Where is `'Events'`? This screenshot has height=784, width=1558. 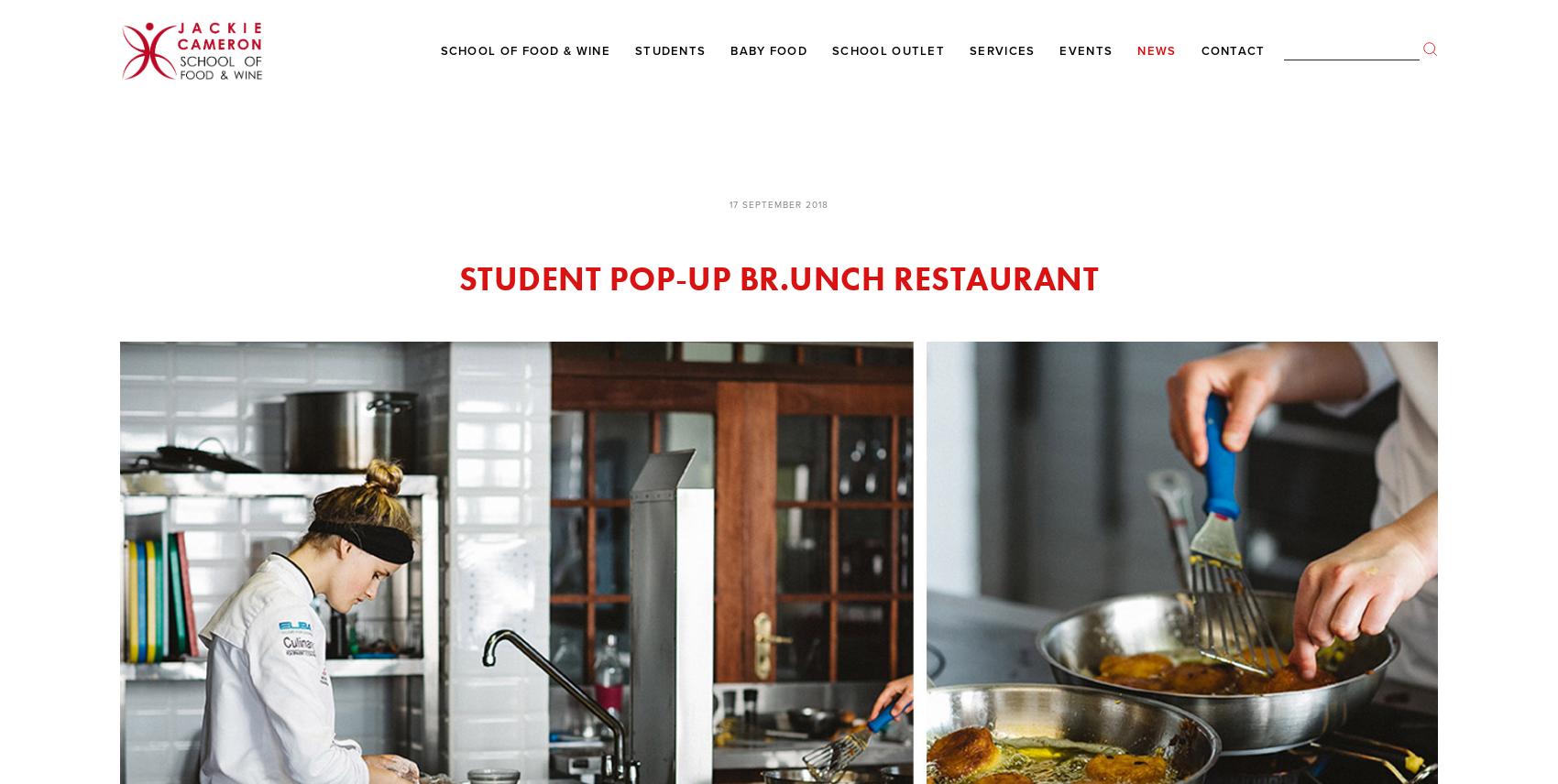
'Events' is located at coordinates (1059, 49).